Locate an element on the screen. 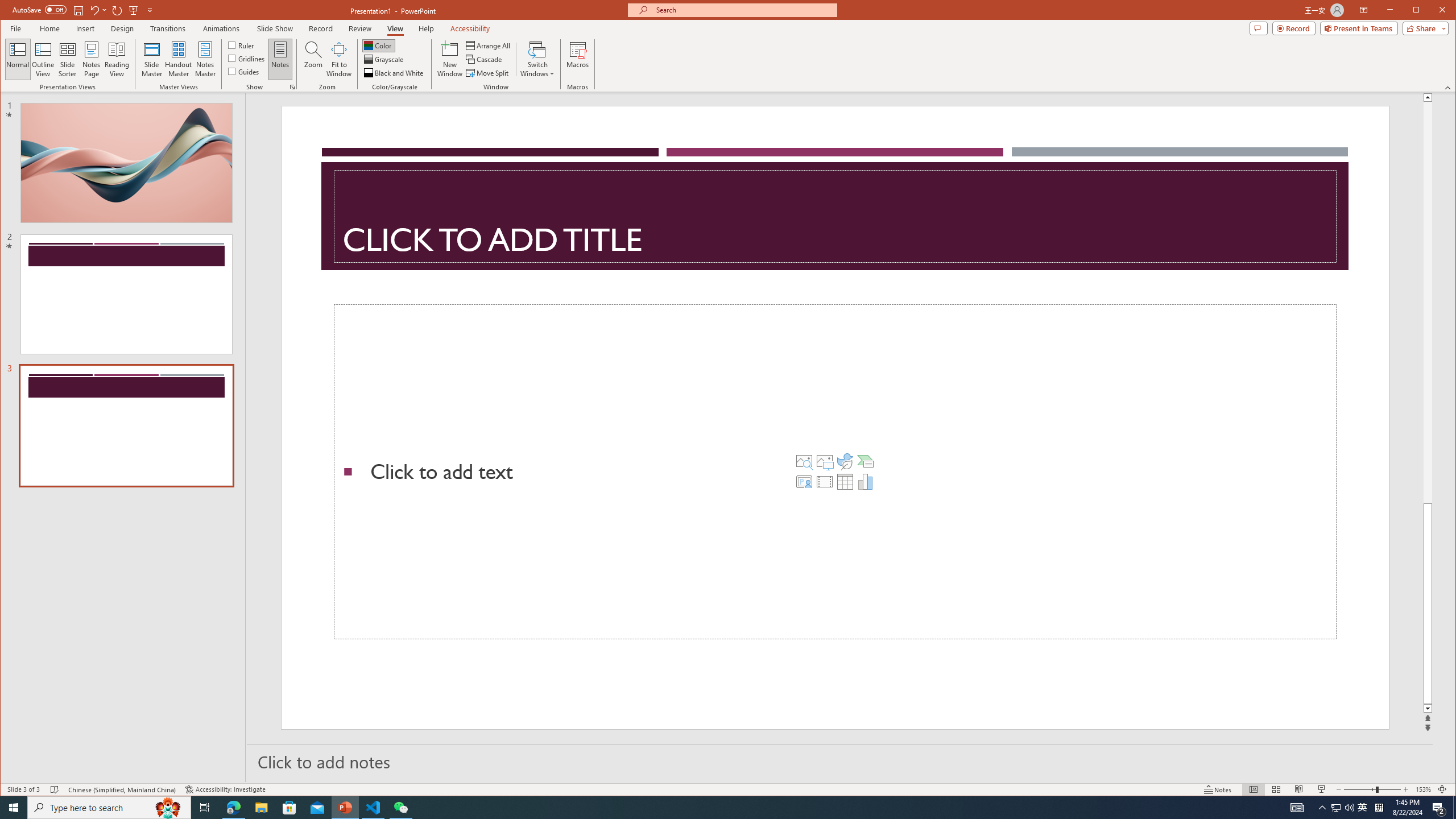 This screenshot has height=819, width=1456. 'Black and White' is located at coordinates (394, 72).